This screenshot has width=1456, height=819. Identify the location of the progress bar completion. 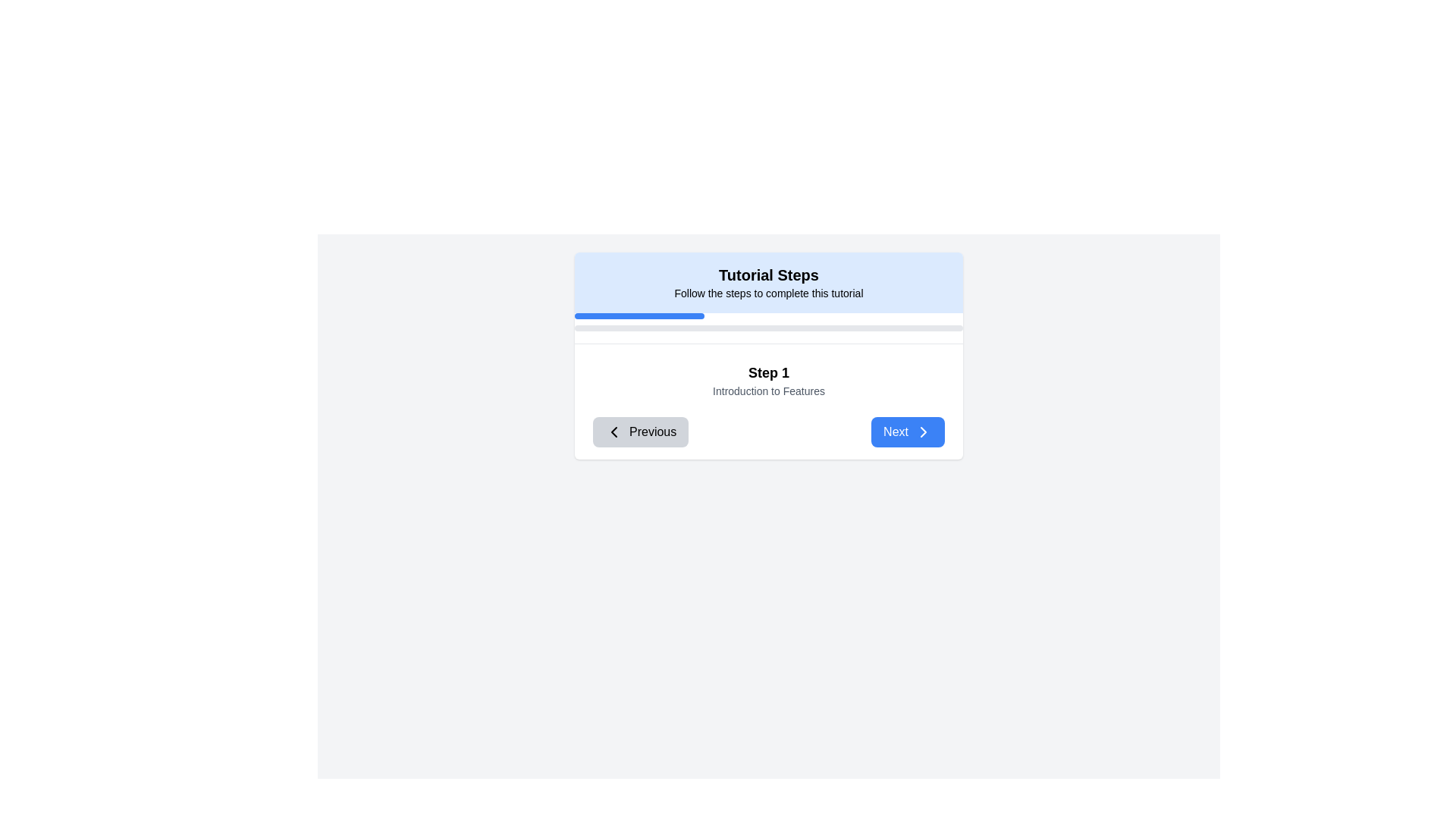
(597, 327).